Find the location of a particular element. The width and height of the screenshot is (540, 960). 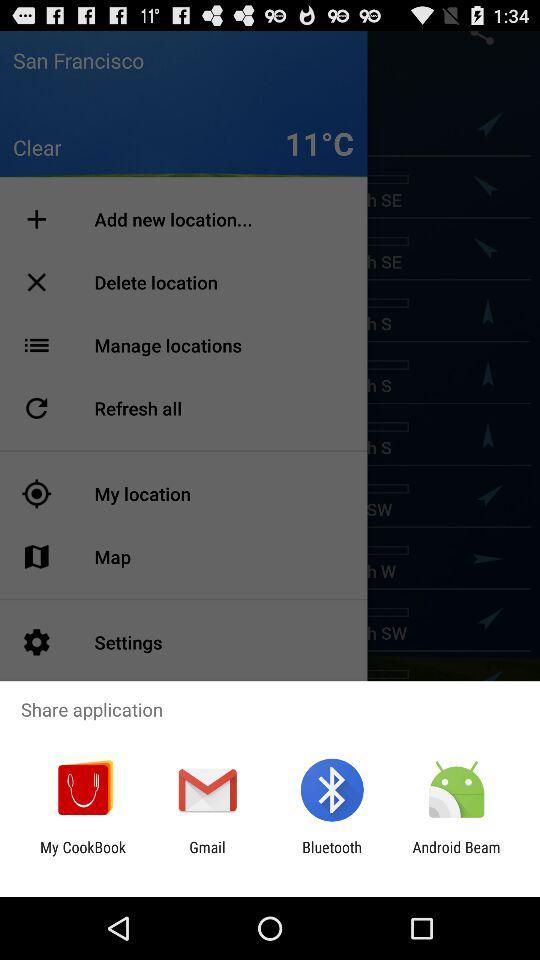

the my cookbook is located at coordinates (82, 855).